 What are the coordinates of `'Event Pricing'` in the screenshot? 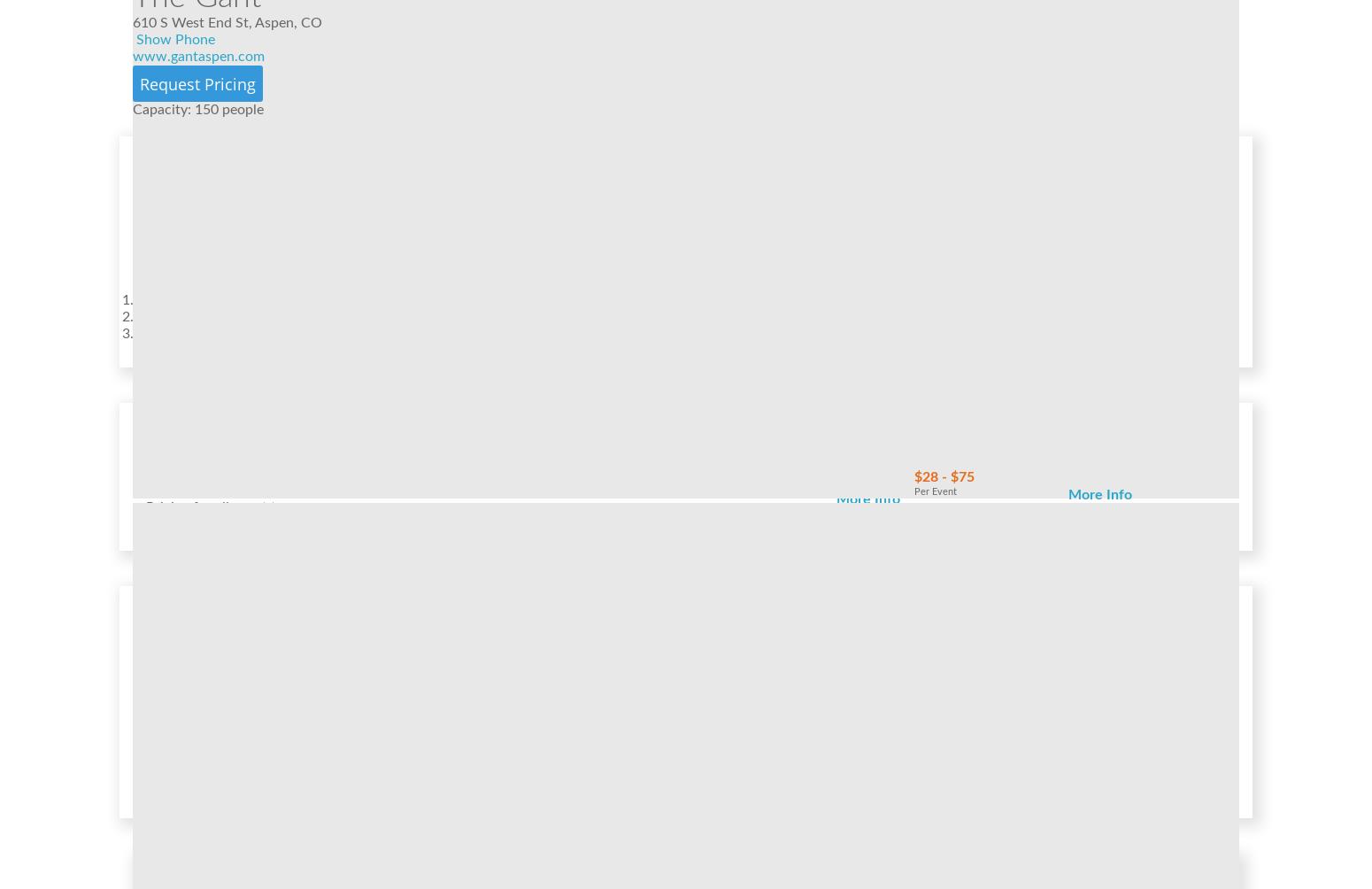 It's located at (197, 437).